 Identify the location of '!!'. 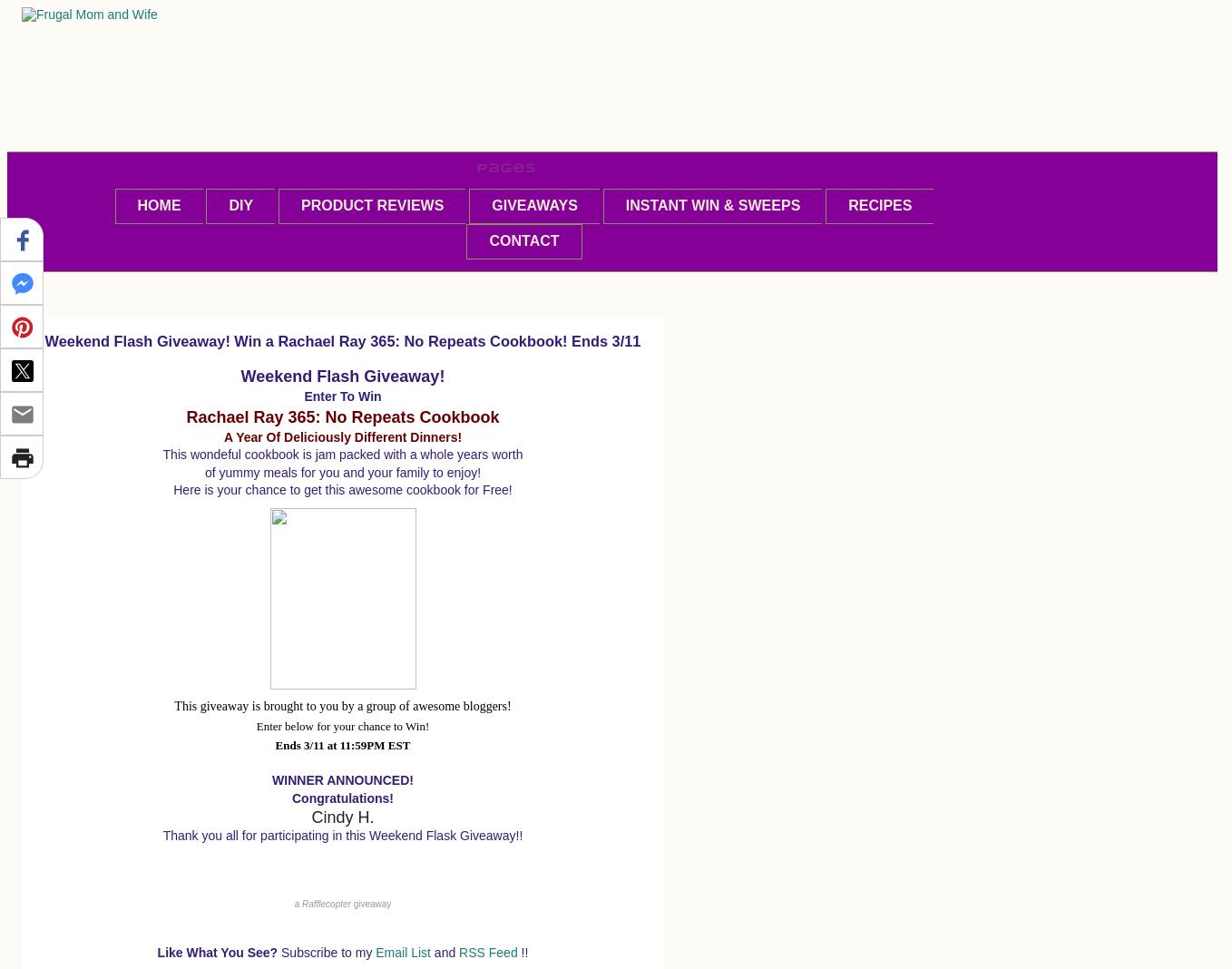
(523, 952).